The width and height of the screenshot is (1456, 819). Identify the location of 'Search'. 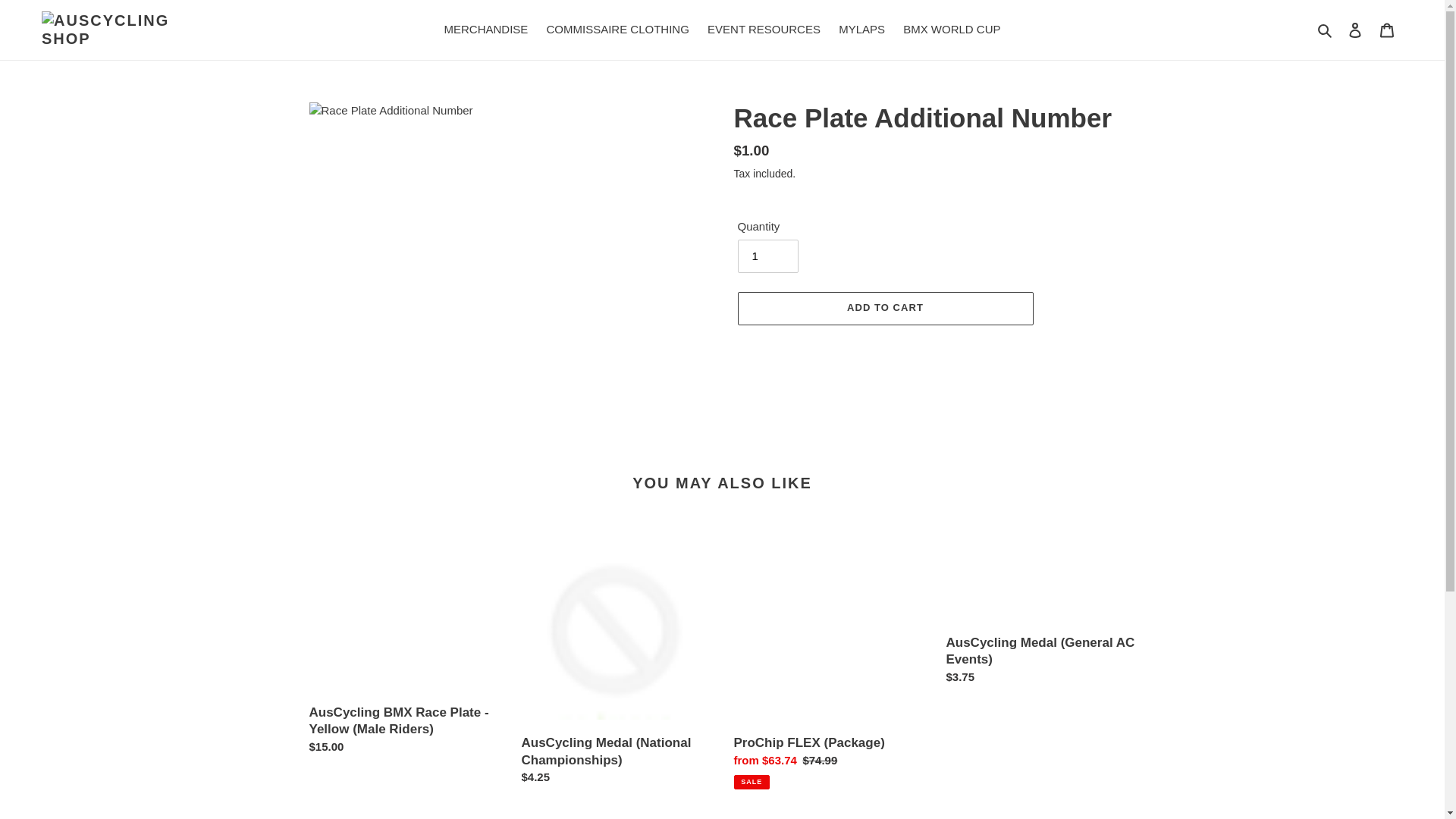
(1325, 30).